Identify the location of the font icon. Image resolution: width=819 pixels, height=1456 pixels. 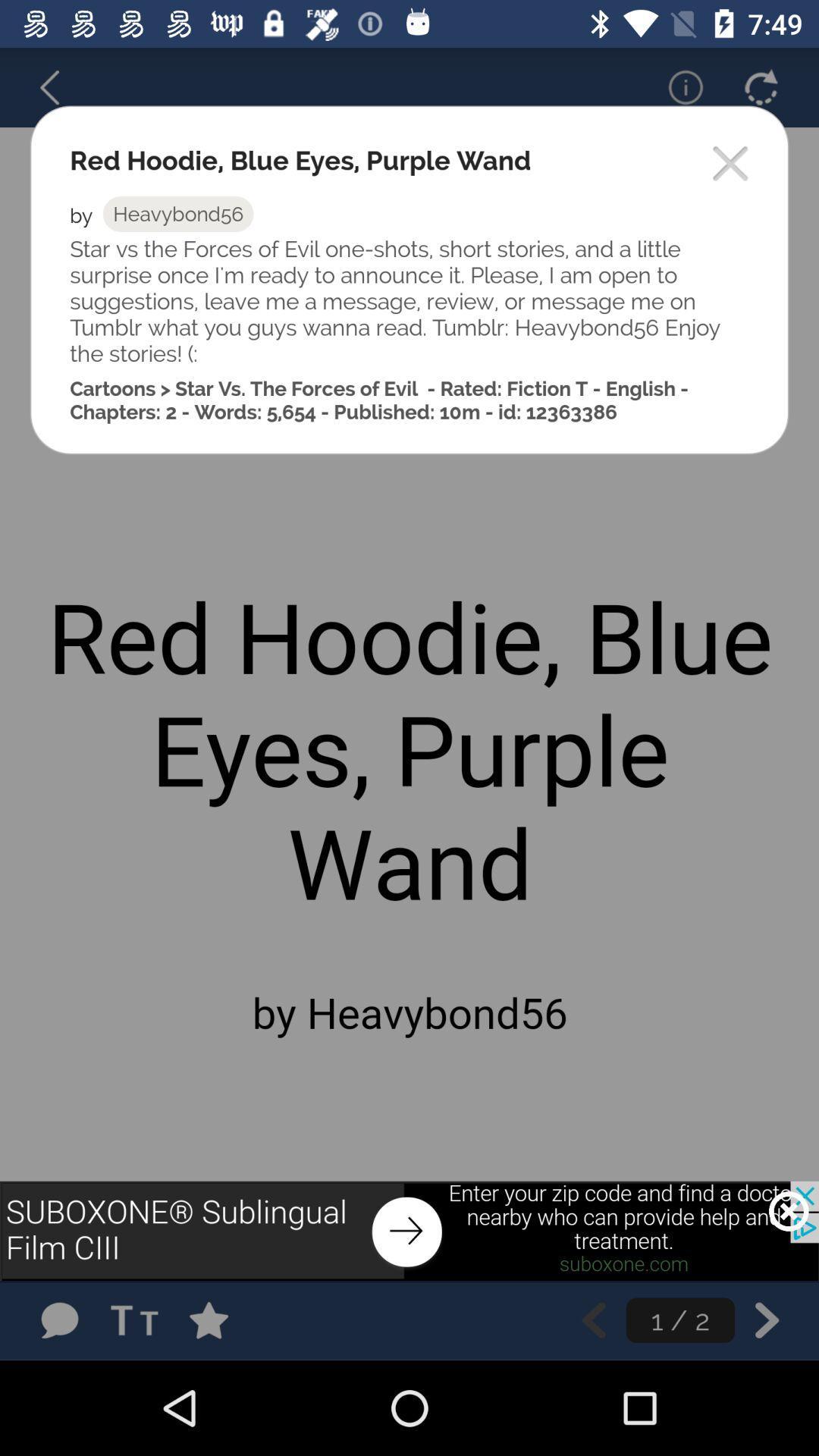
(139, 1319).